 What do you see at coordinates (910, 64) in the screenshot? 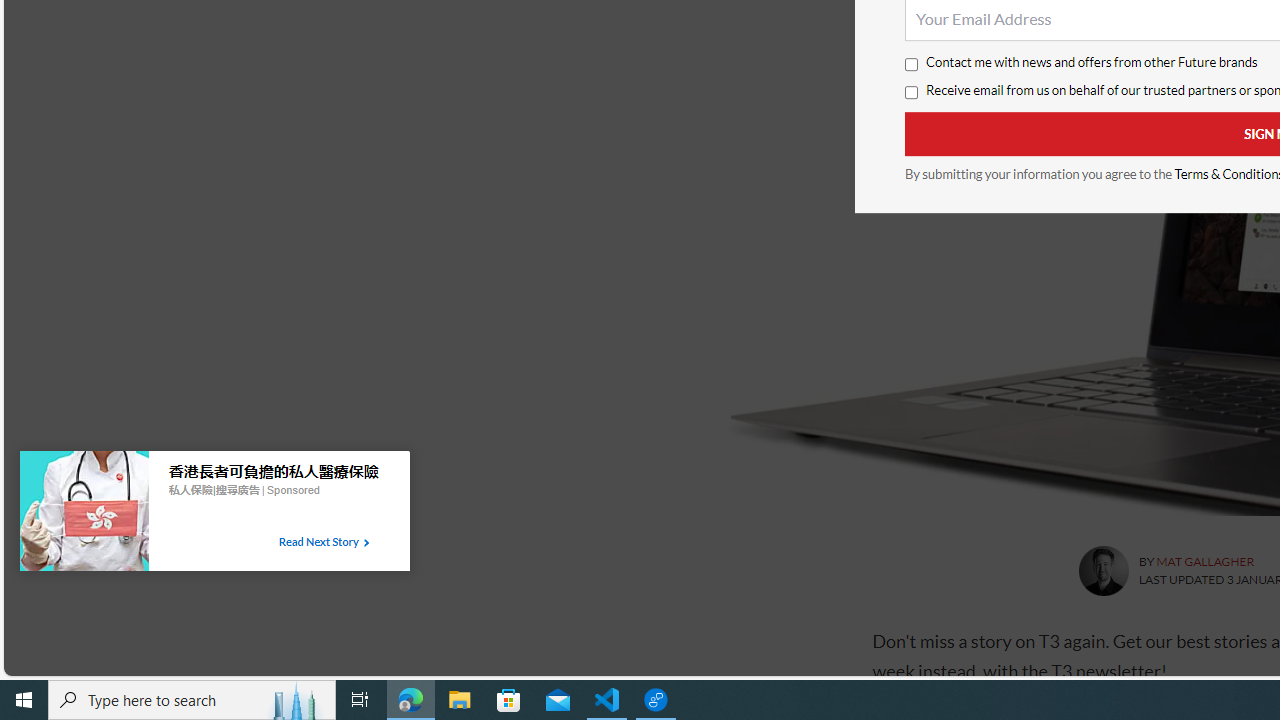
I see `'Contact me with news and offers from other Future brands'` at bounding box center [910, 64].